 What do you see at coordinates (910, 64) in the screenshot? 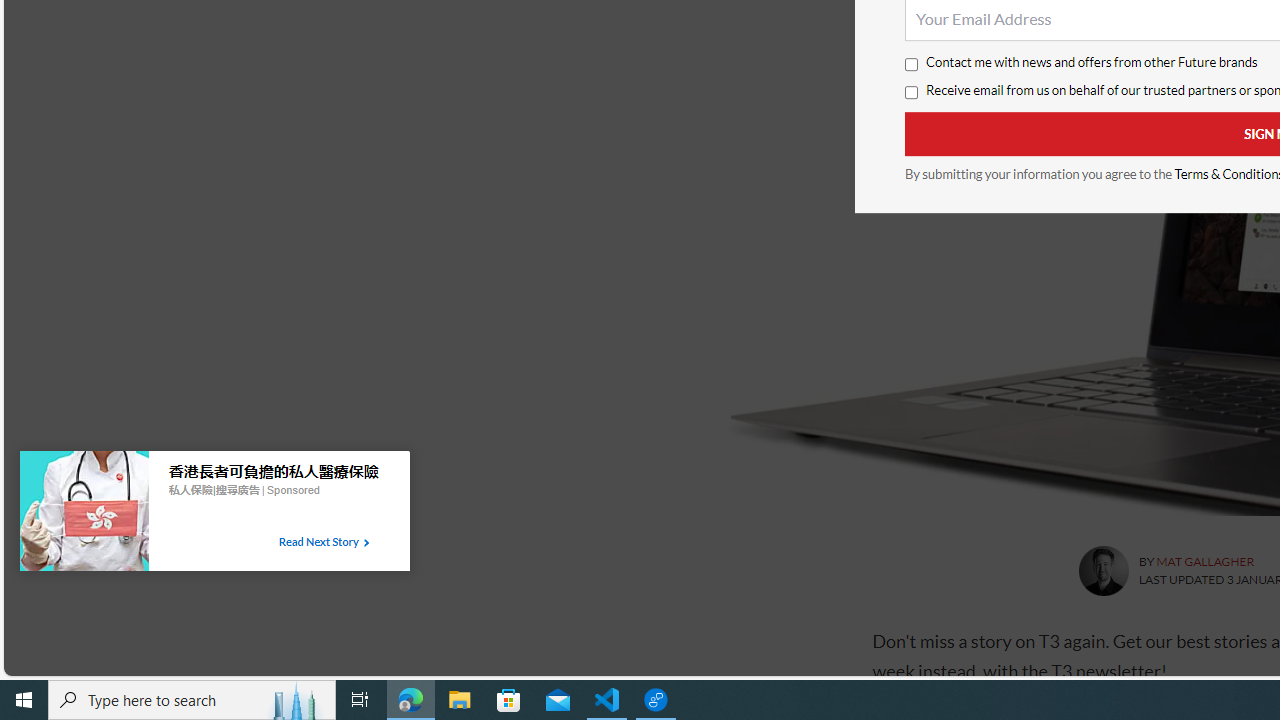
I see `'Contact me with news and offers from other Future brands'` at bounding box center [910, 64].